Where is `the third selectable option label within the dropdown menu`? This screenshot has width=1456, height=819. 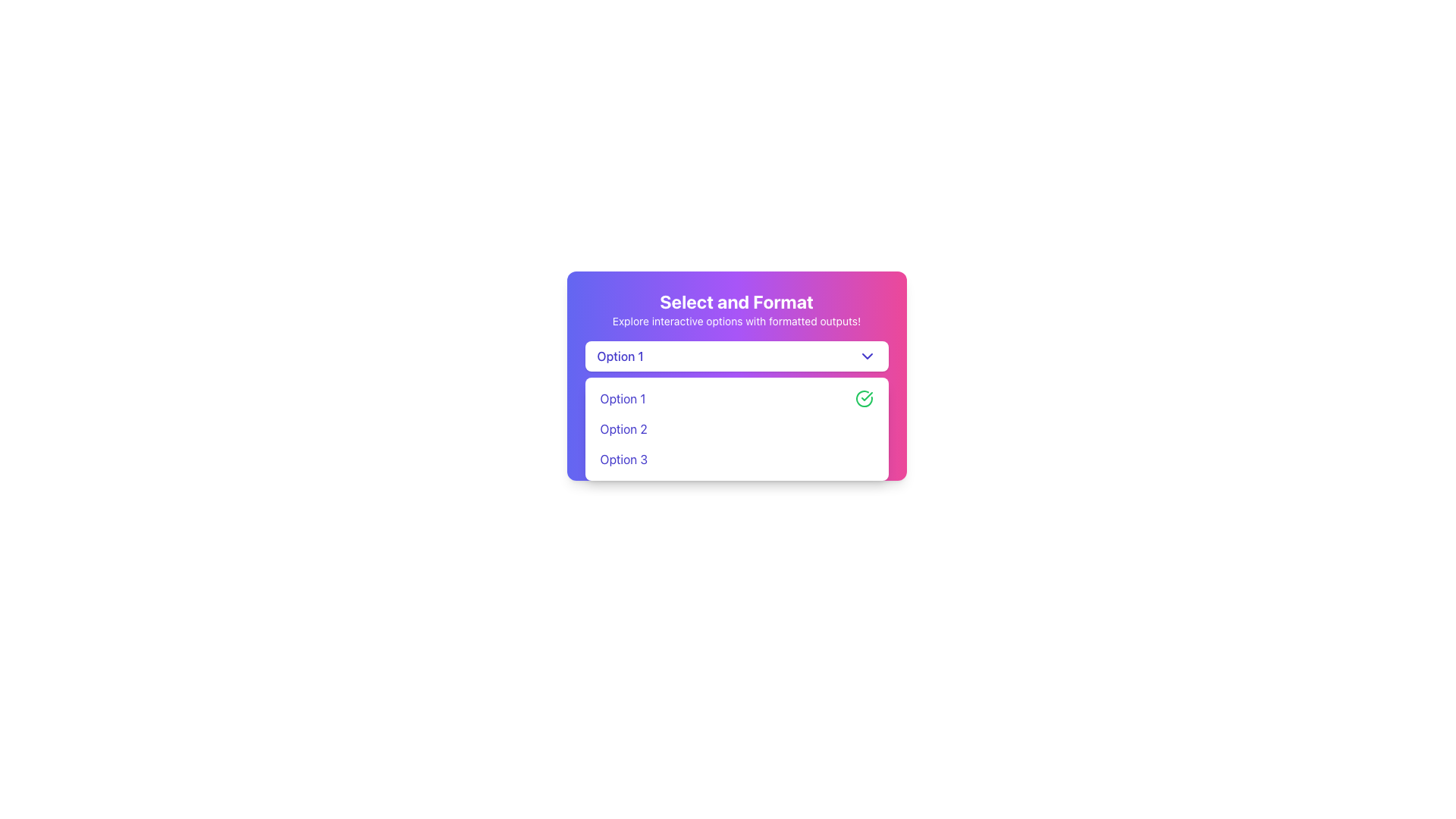 the third selectable option label within the dropdown menu is located at coordinates (623, 458).